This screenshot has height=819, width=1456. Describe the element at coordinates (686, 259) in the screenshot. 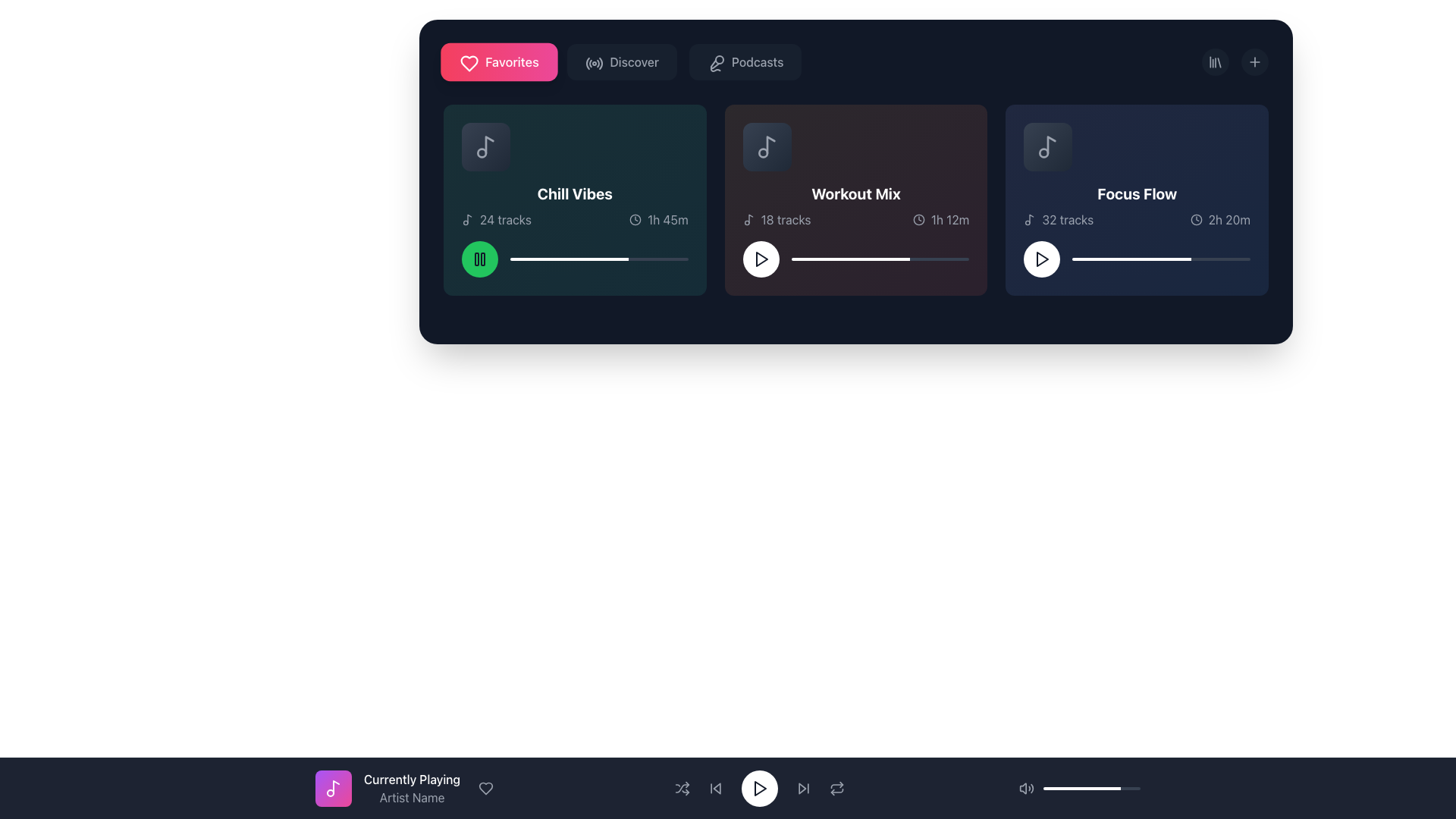

I see `the slider` at that location.